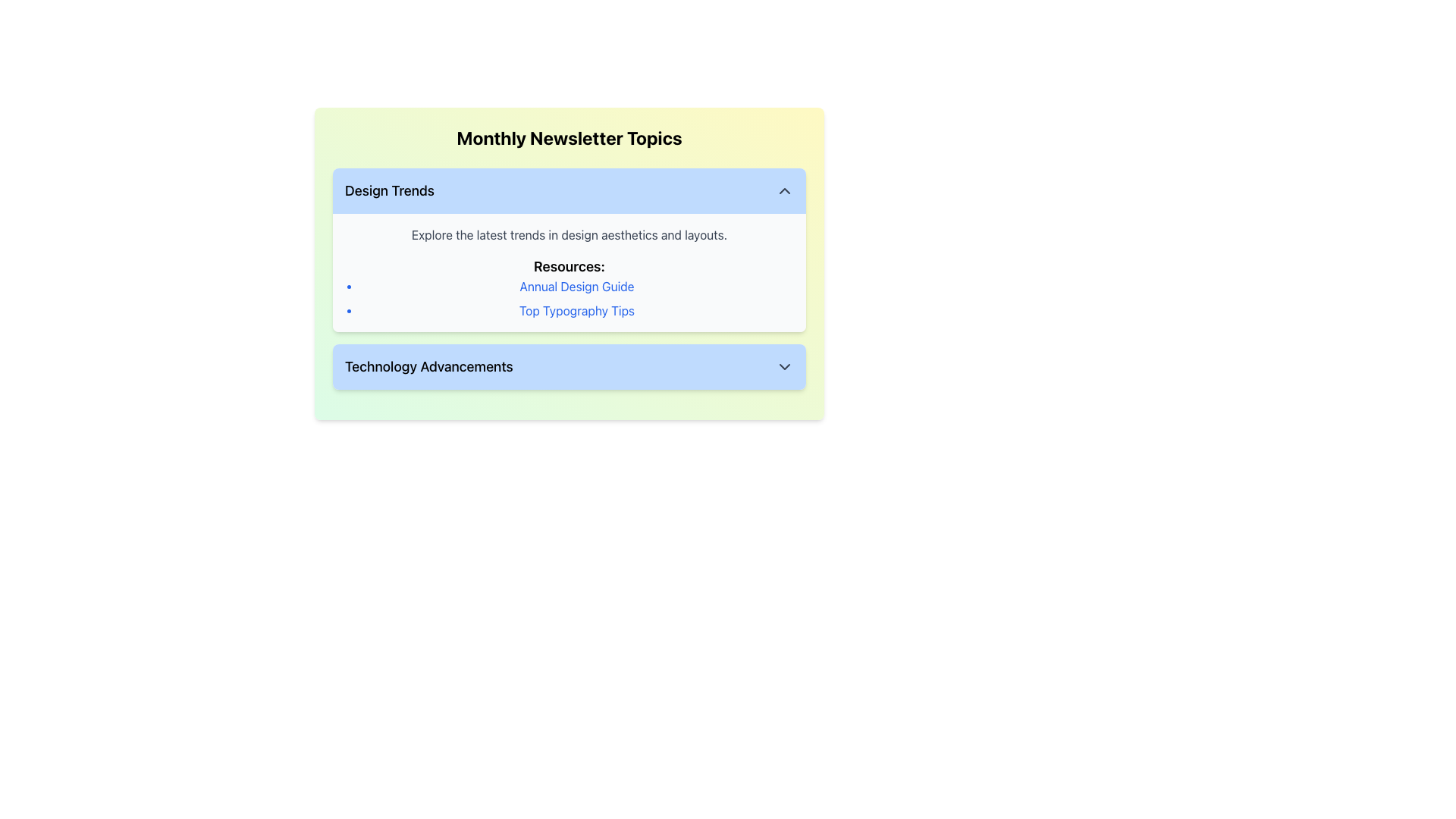 The image size is (1456, 819). What do you see at coordinates (568, 265) in the screenshot?
I see `bold text label that states 'Resources:' which is centrally aligned below the introductory sentence in the 'Design Trends' section` at bounding box center [568, 265].